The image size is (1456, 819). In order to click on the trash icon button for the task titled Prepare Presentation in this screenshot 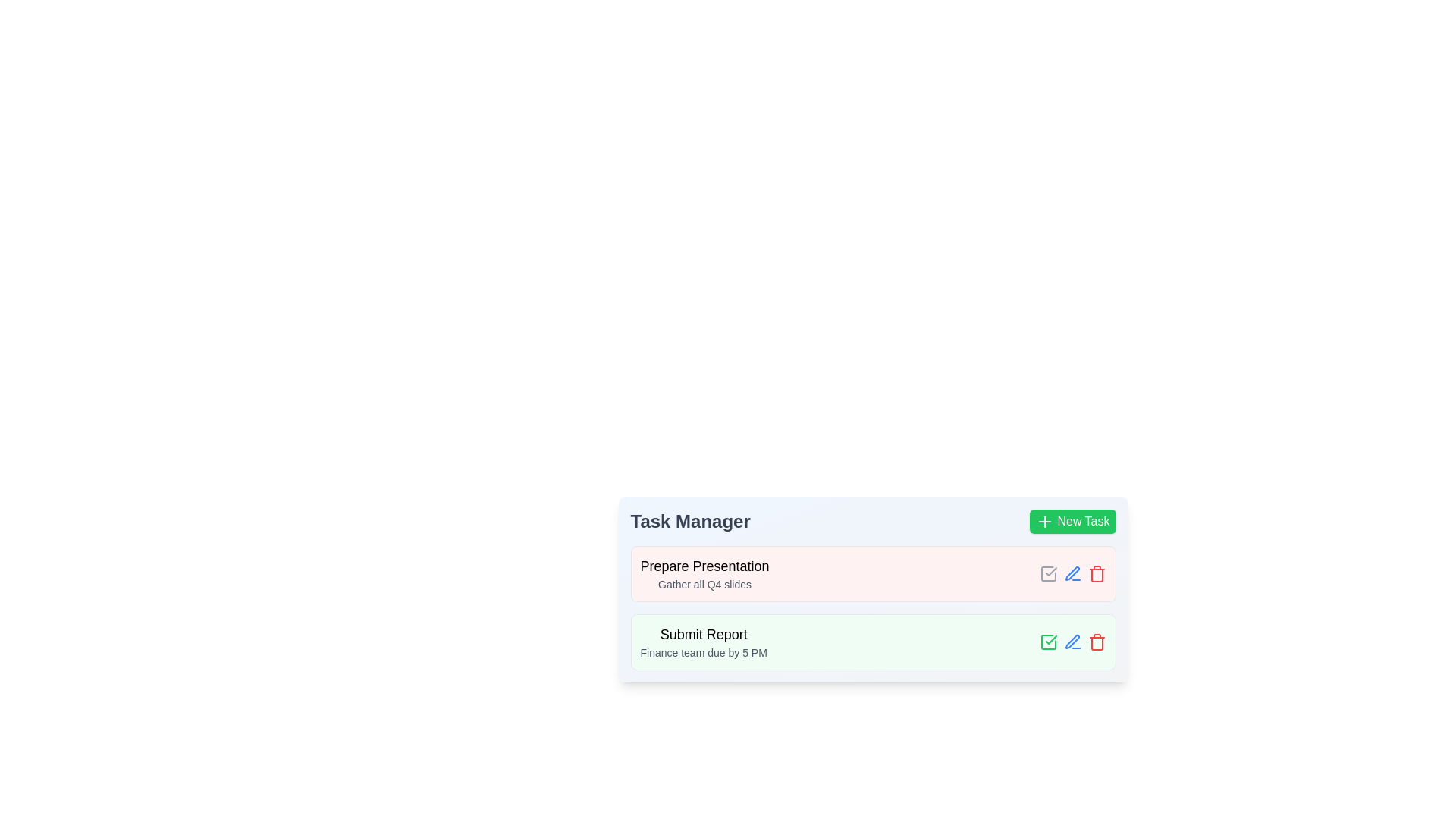, I will do `click(1097, 573)`.